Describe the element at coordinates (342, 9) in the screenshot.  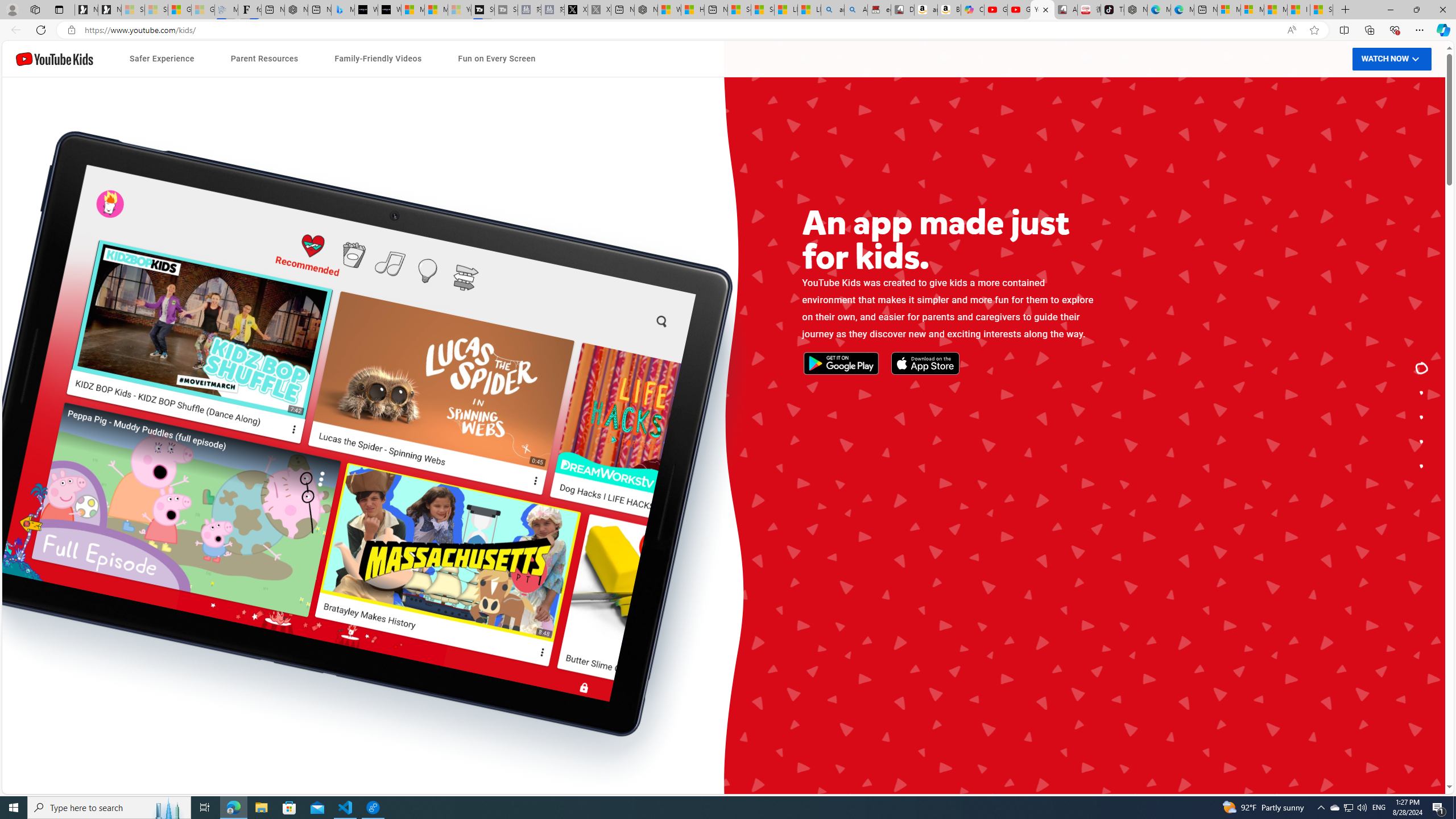
I see `'Microsoft Bing Travel - Shangri-La Hotel Bangkok'` at that location.